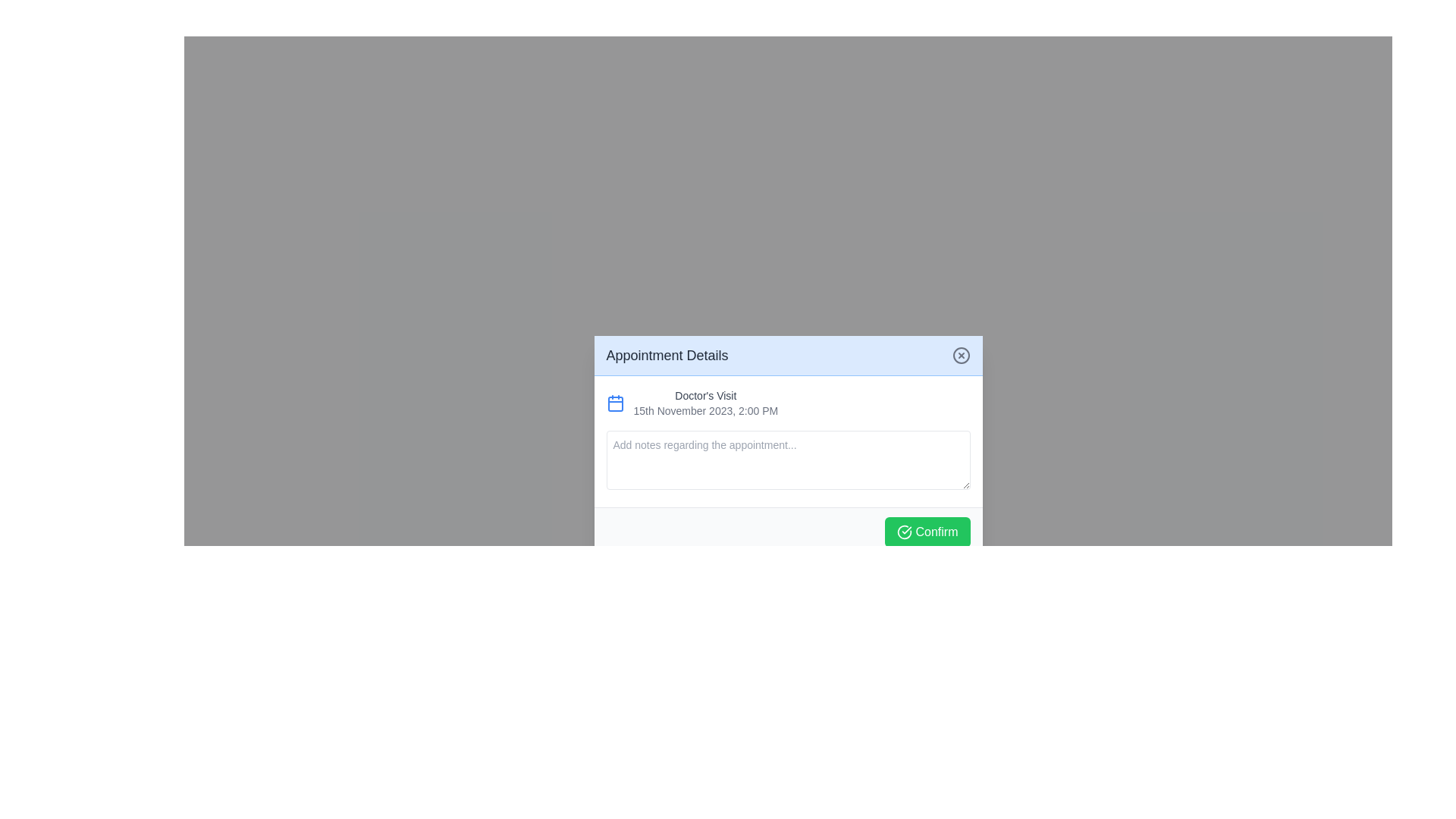 The width and height of the screenshot is (1456, 819). What do you see at coordinates (615, 402) in the screenshot?
I see `the calendar icon located to the far left of the 'Doctor's Visit' title and the date '15th November 2023, 2:00 PM'` at bounding box center [615, 402].